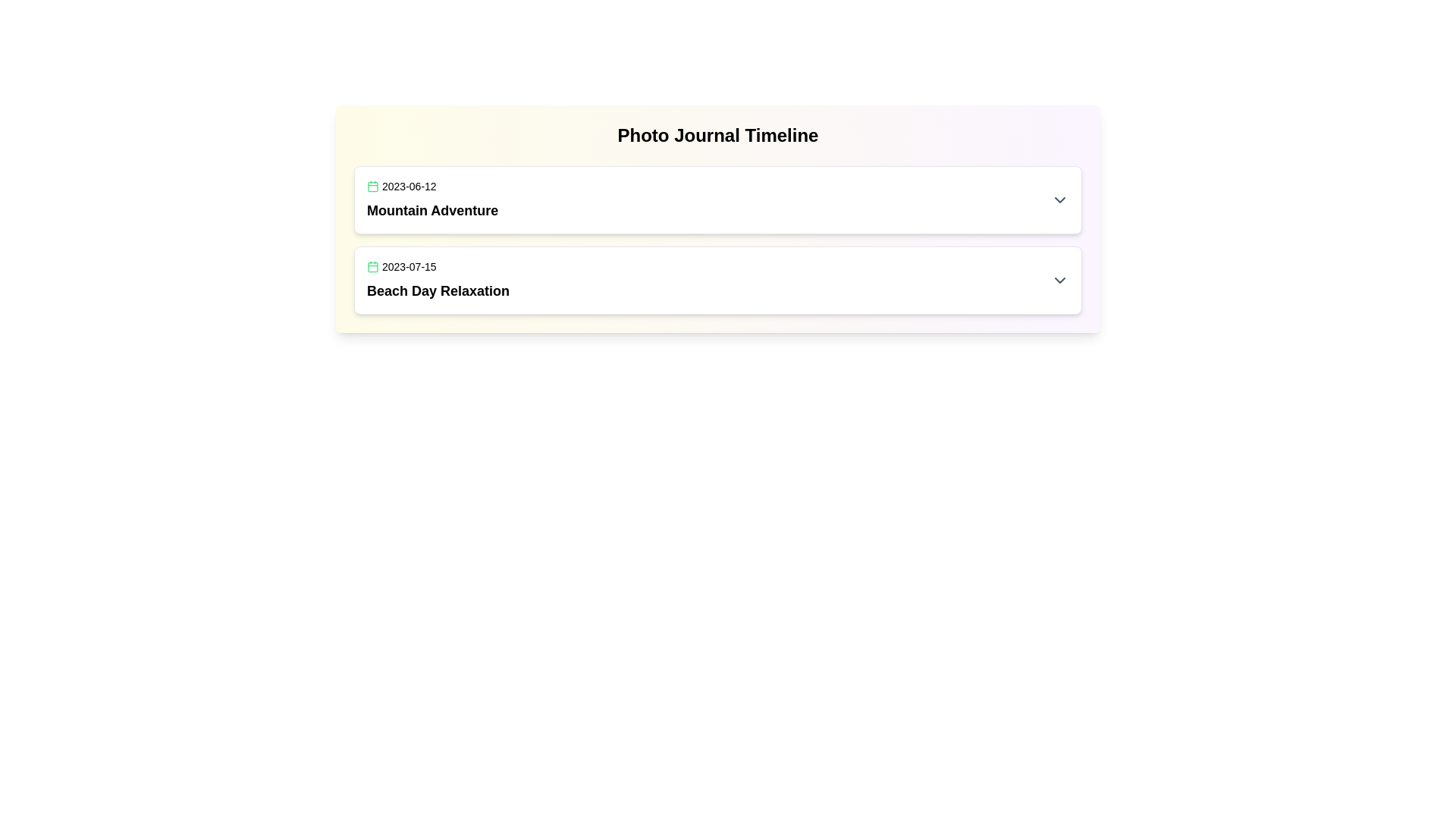 This screenshot has height=819, width=1456. I want to click on the decorative SVG shape (rounded rectangle) within the calendar icon for the date '2023-07-15 Beach Day Relaxation' located in the left portion of the second list item, so click(372, 265).